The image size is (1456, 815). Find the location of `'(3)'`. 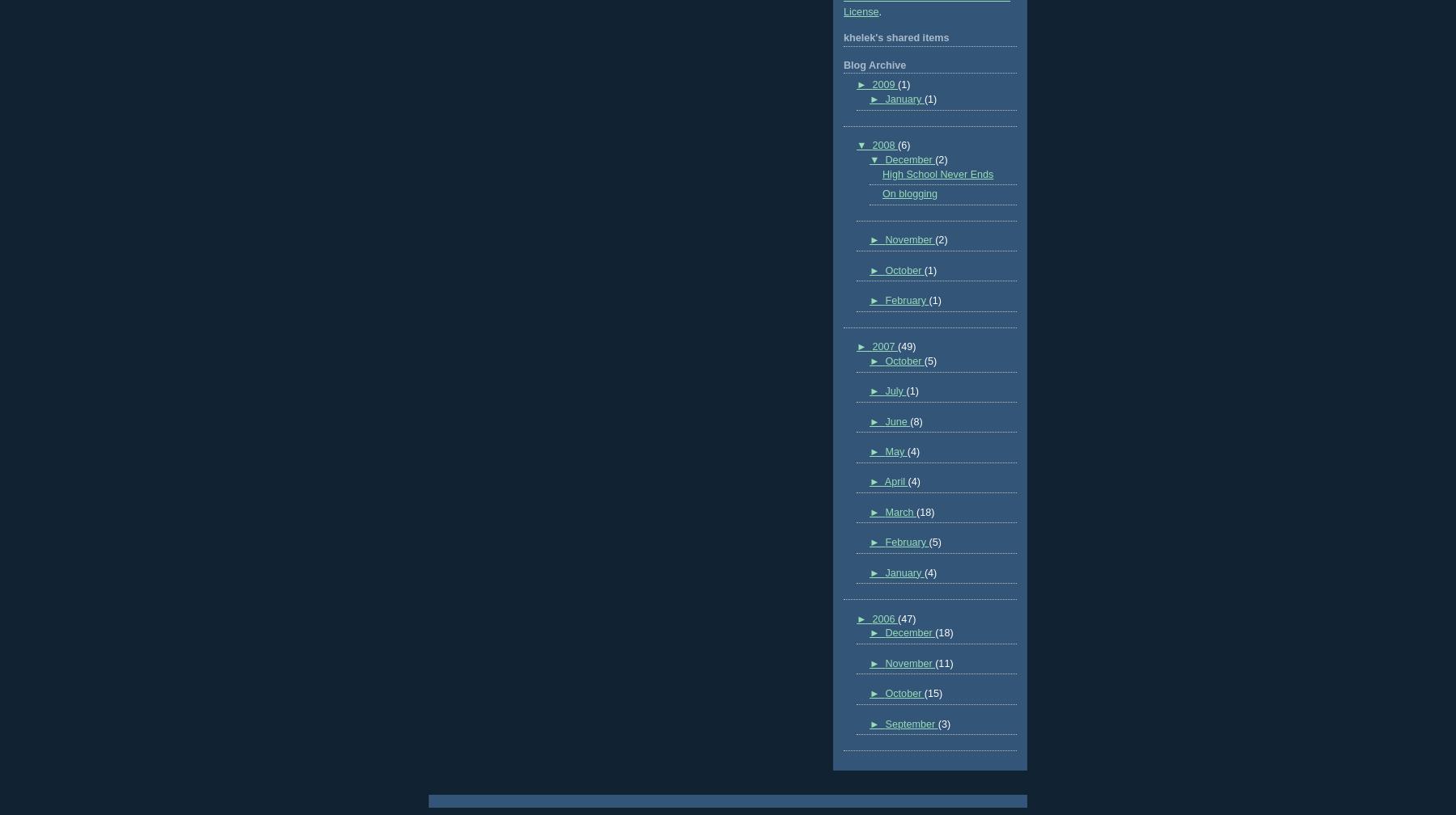

'(3)' is located at coordinates (937, 724).